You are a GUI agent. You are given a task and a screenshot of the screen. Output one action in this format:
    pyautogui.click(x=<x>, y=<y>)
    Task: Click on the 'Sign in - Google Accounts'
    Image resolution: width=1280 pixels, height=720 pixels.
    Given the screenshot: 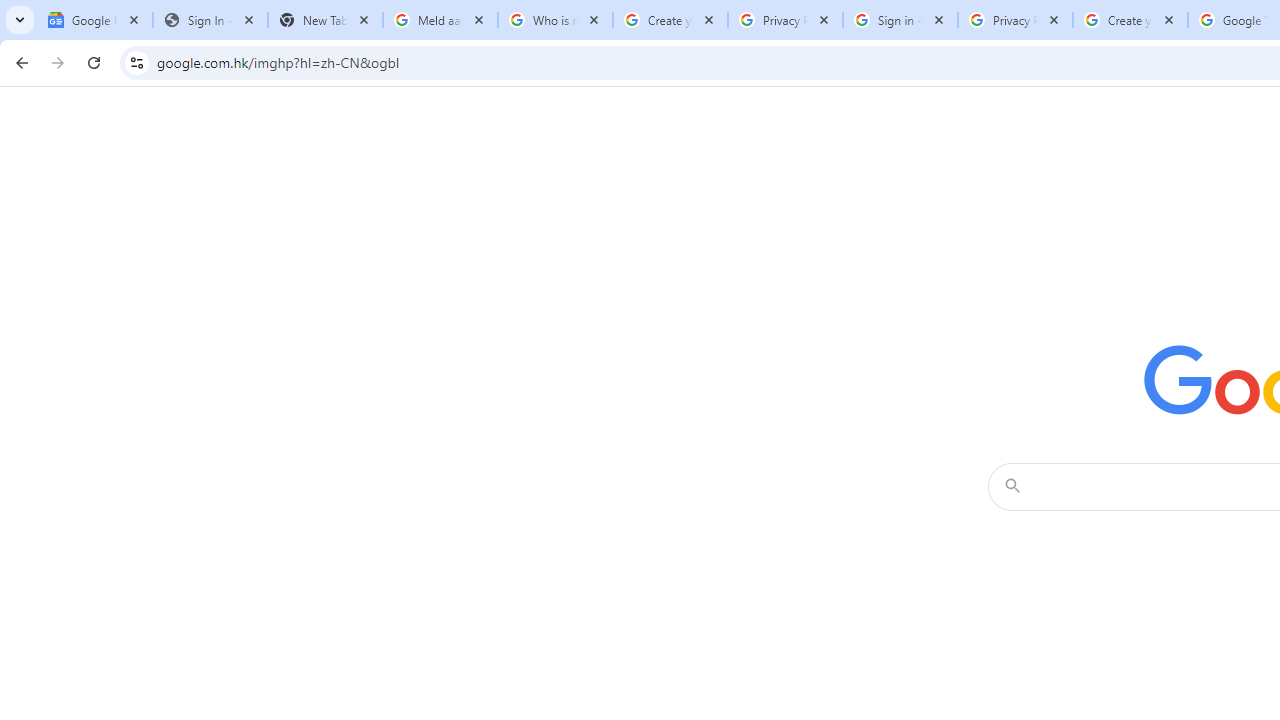 What is the action you would take?
    pyautogui.click(x=899, y=20)
    